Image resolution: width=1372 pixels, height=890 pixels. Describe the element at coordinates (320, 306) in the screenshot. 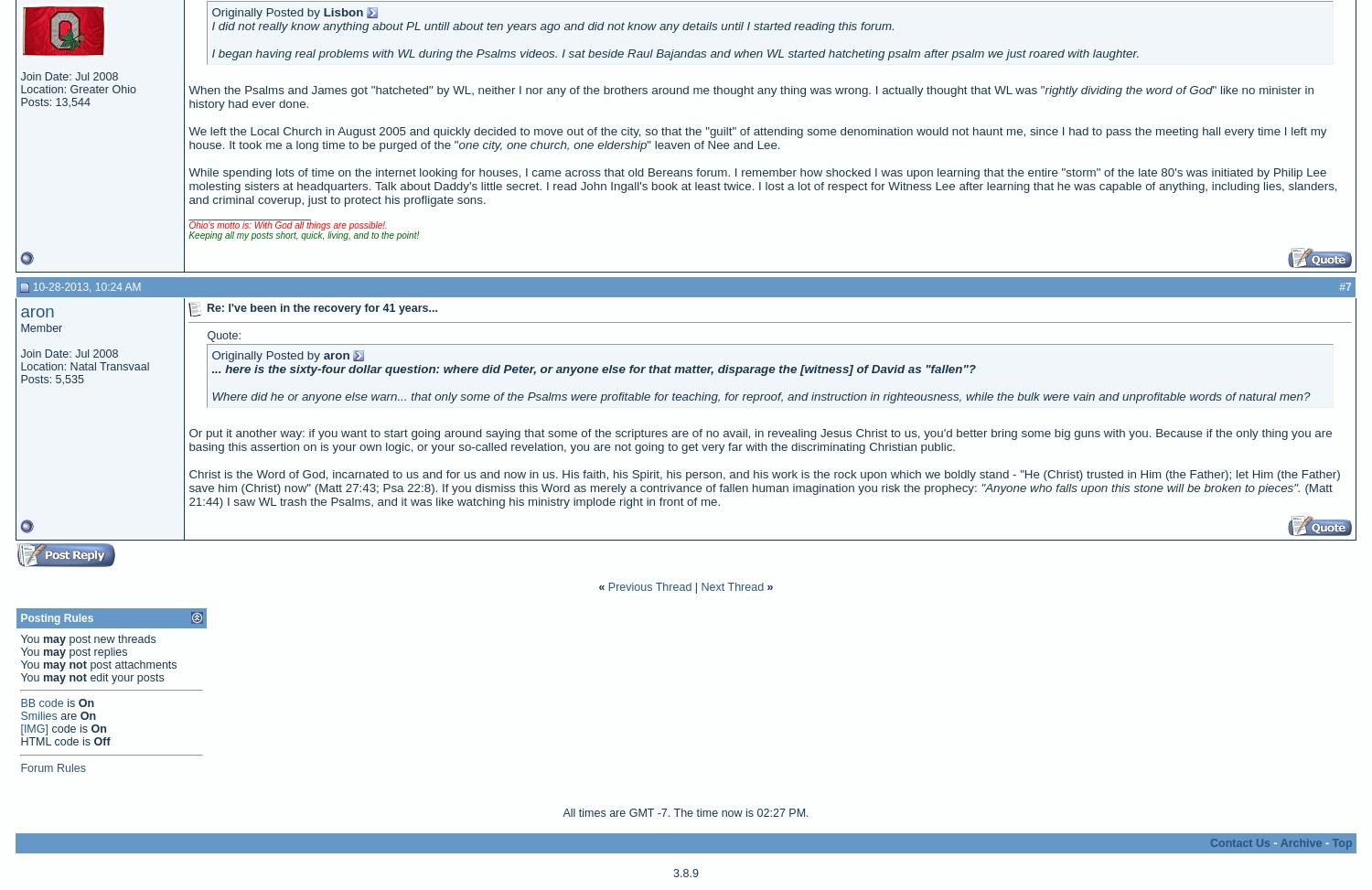

I see `'Re: I've been in the recovery for 41 years...'` at that location.